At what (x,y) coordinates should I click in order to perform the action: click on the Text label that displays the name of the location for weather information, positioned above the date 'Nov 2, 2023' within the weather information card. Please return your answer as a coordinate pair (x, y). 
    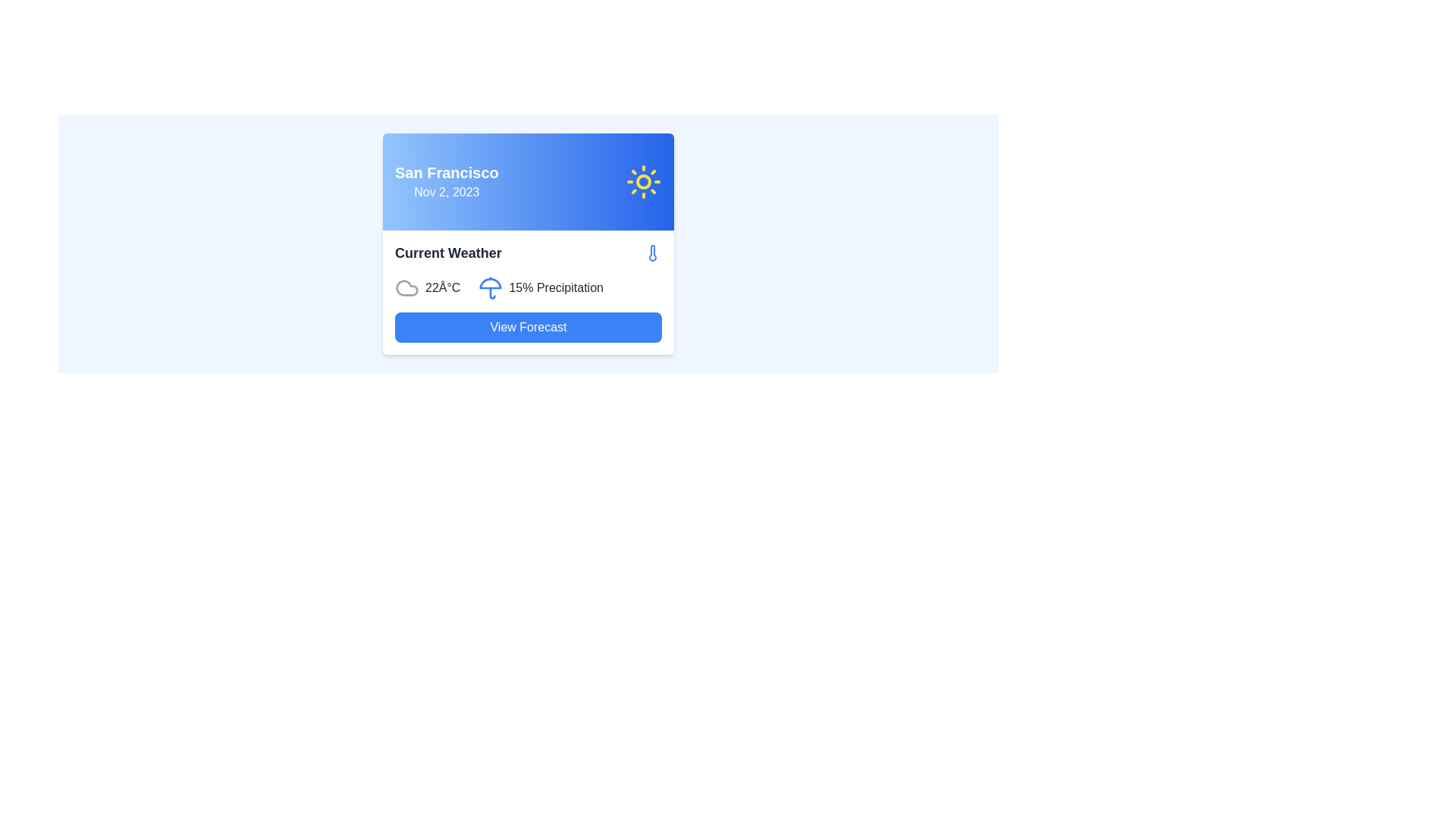
    Looking at the image, I should click on (446, 171).